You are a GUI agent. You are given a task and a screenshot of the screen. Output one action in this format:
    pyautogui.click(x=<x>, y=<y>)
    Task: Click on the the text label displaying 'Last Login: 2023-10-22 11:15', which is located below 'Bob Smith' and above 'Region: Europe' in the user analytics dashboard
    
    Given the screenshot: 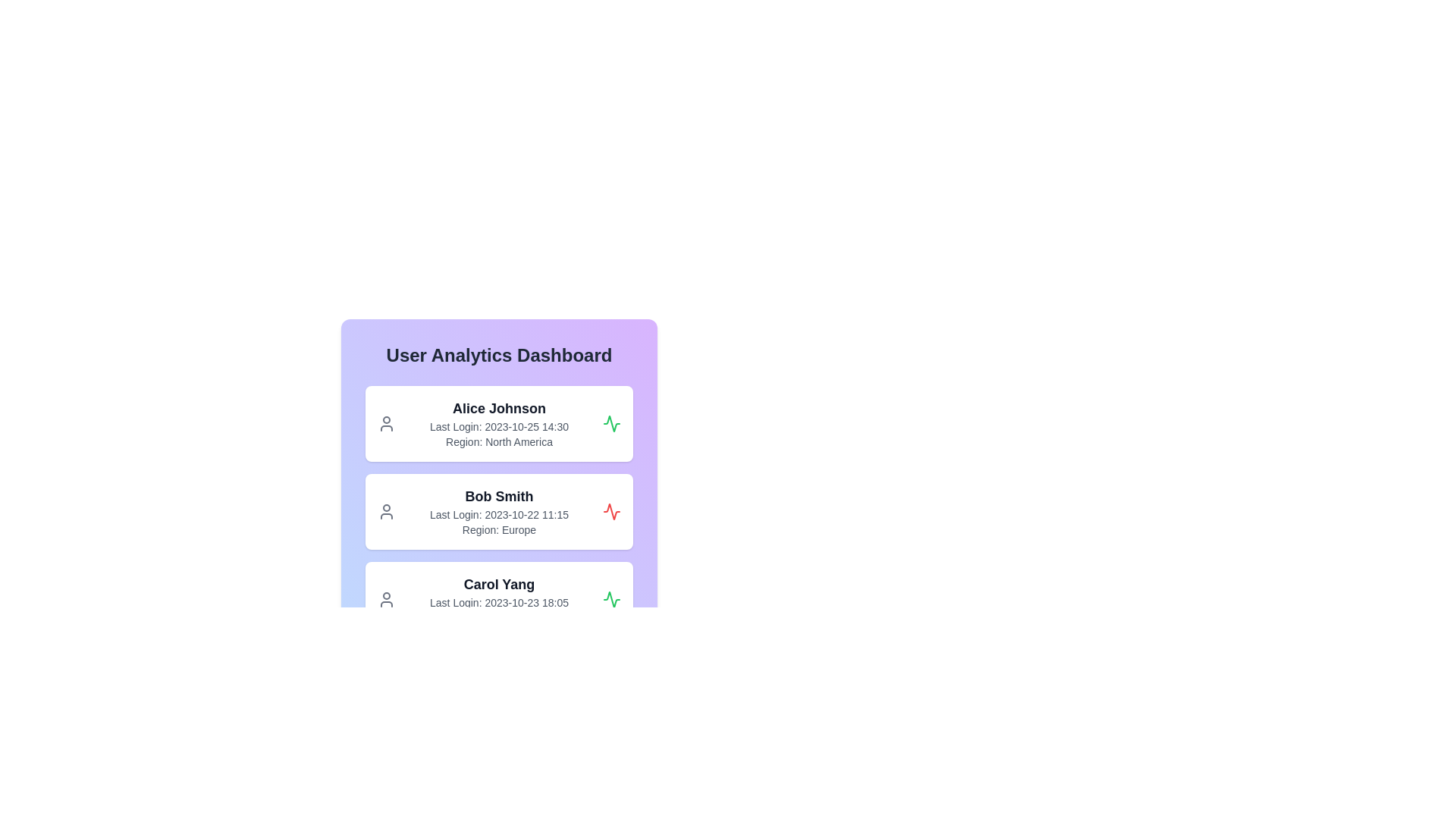 What is the action you would take?
    pyautogui.click(x=499, y=513)
    